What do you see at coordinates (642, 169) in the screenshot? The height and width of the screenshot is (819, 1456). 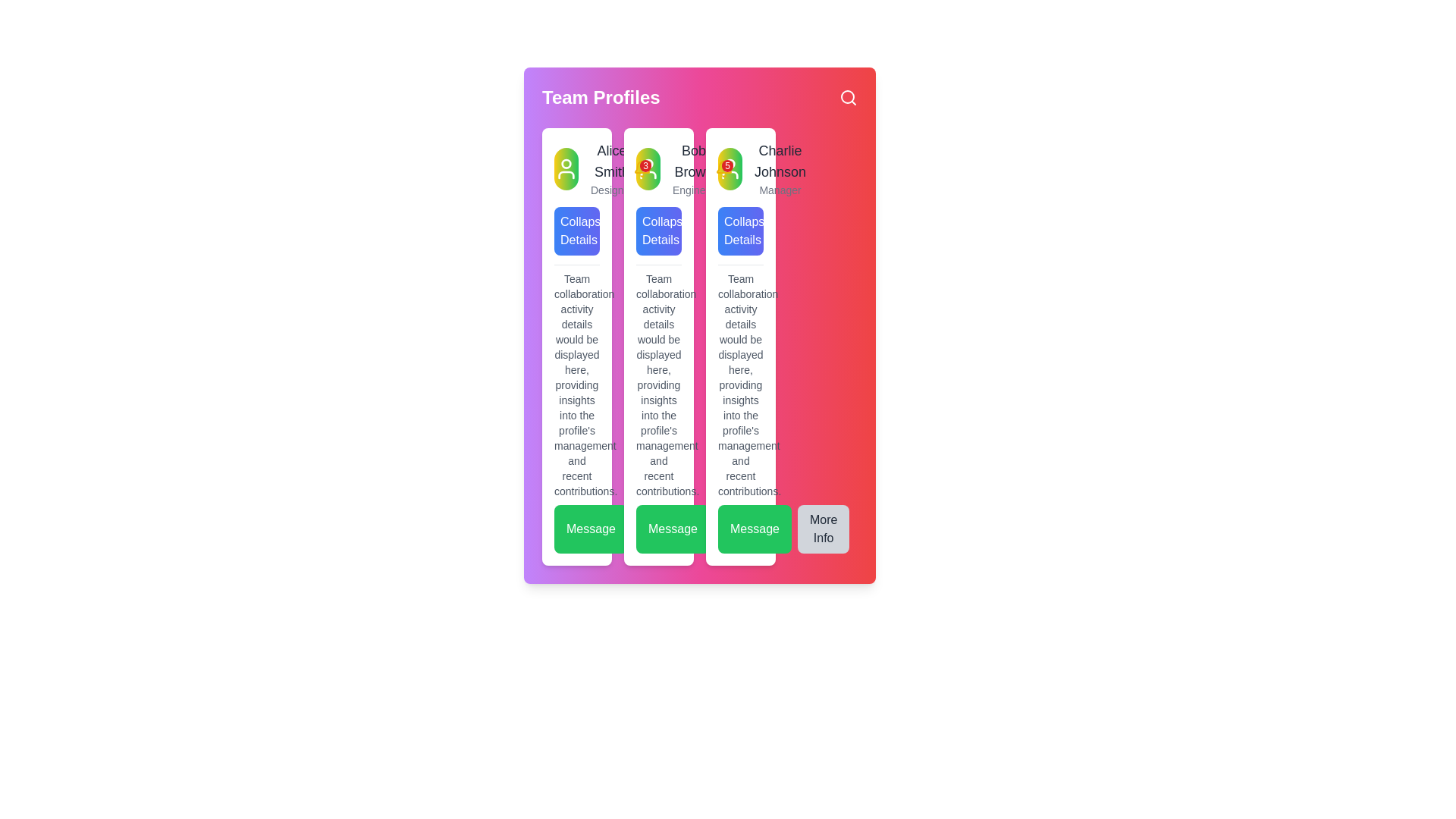 I see `the Notification badge for 'Alice Smith' located at the top-right corner of the profile card, next to the bell icon` at bounding box center [642, 169].